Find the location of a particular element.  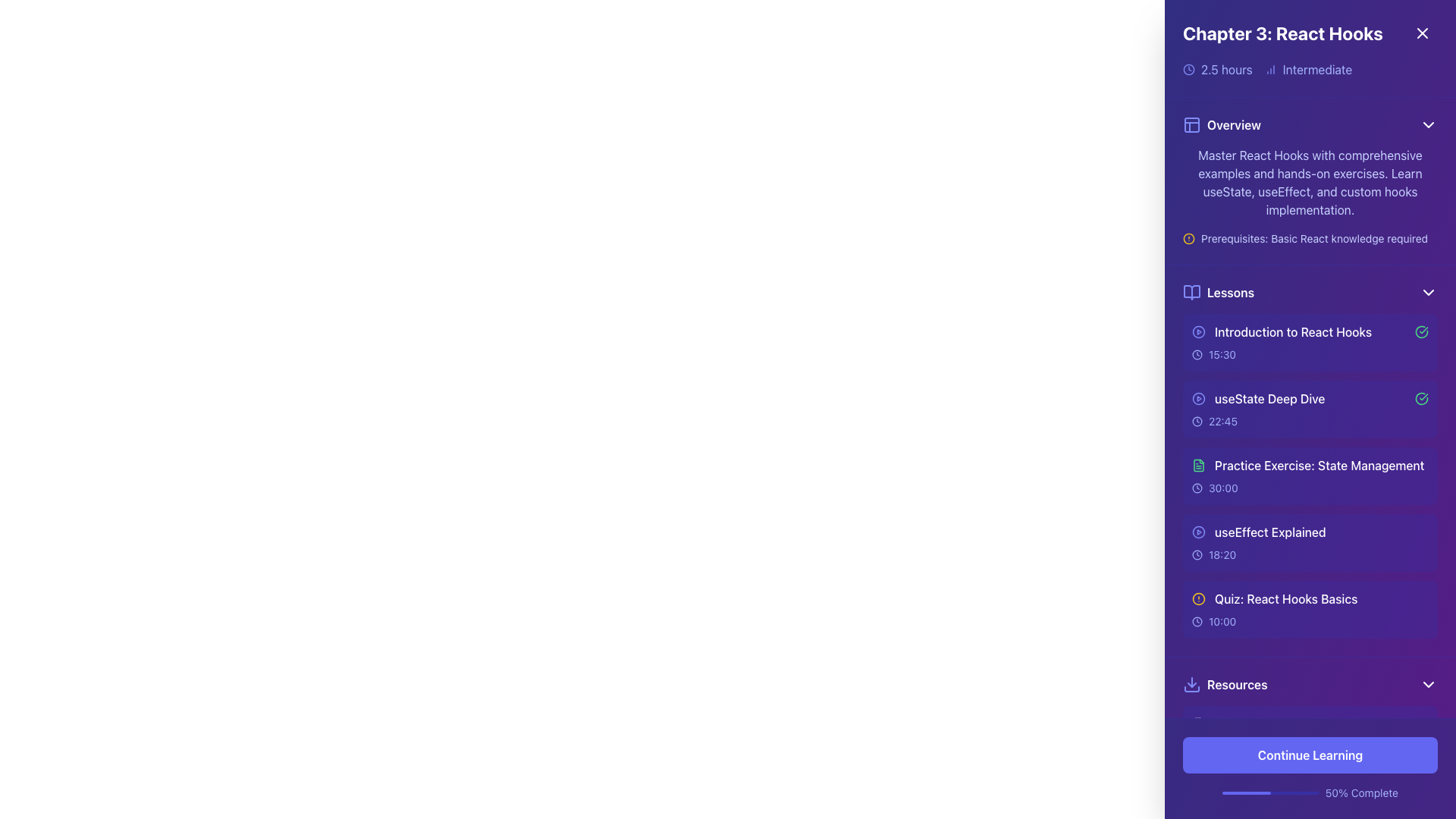

the circular clock icon, which is the leftmost element in the horizontal layout group containing the text '30:00', located in the 'Practice Exercise: State Management' row is located at coordinates (1197, 488).